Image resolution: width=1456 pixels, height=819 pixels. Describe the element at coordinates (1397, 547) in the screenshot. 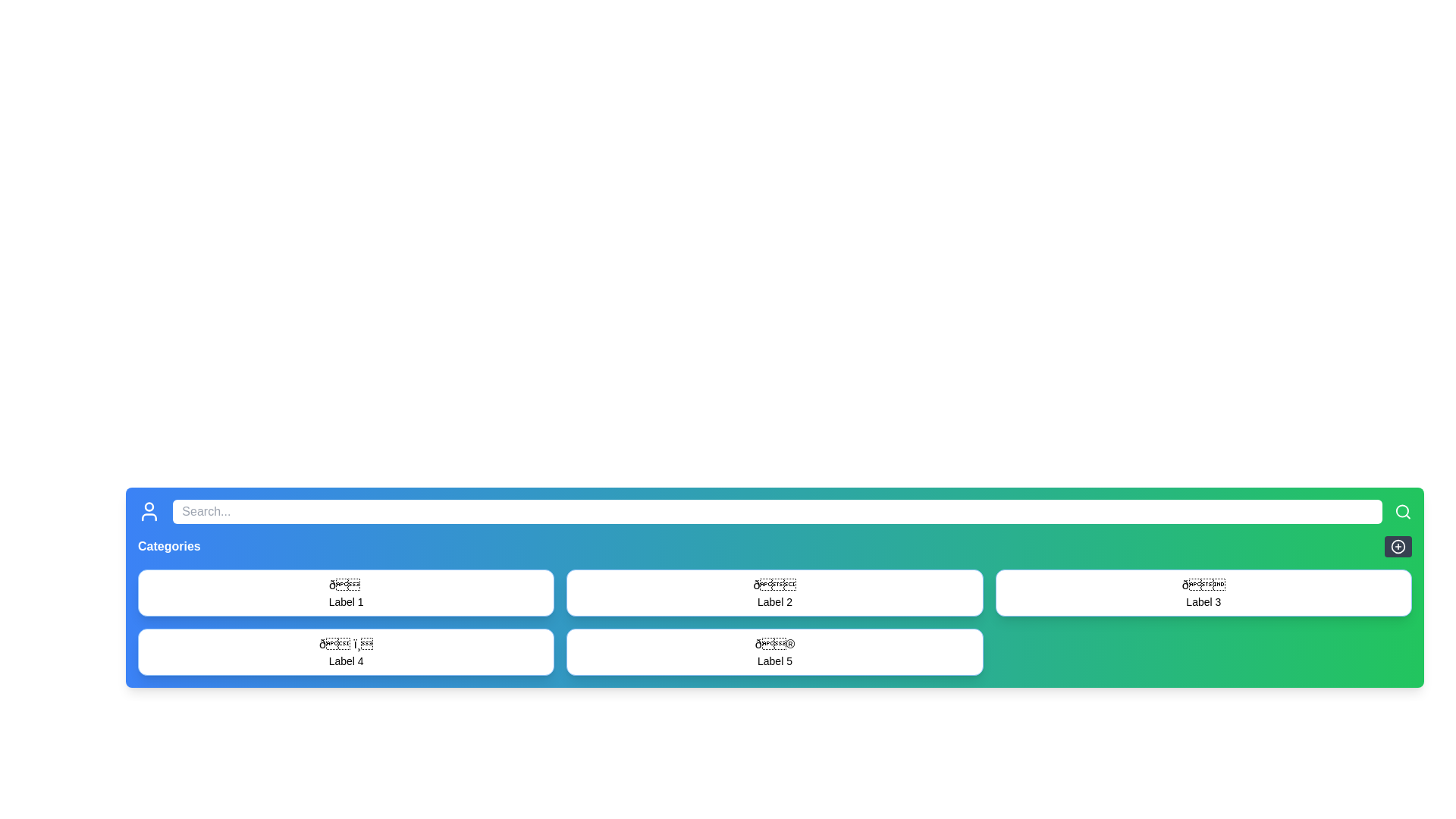

I see `the circular icon button with a plus sign, located on the right side of the green toolbar` at that location.